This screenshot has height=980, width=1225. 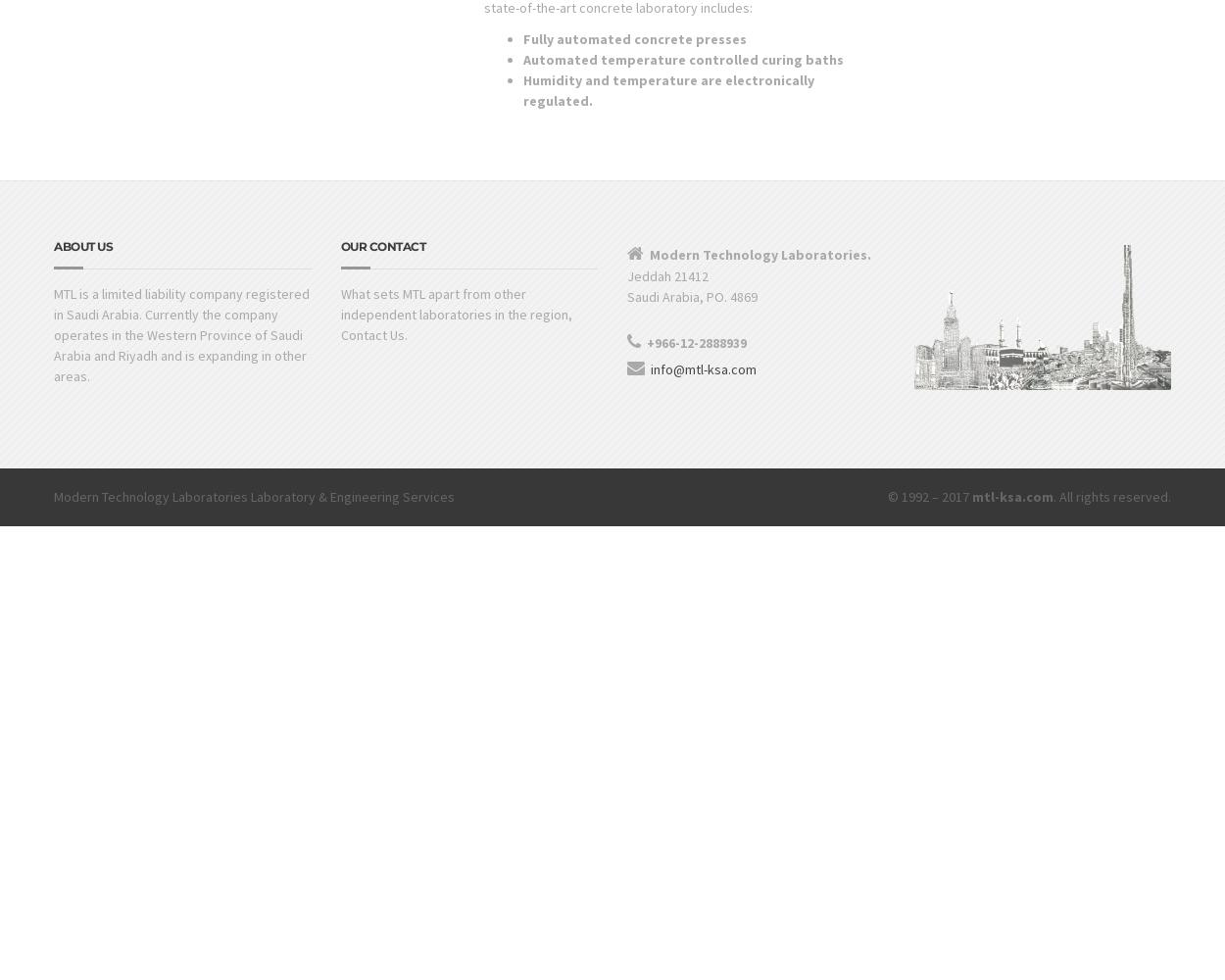 What do you see at coordinates (54, 497) in the screenshot?
I see `'Modern Technology Laboratories'` at bounding box center [54, 497].